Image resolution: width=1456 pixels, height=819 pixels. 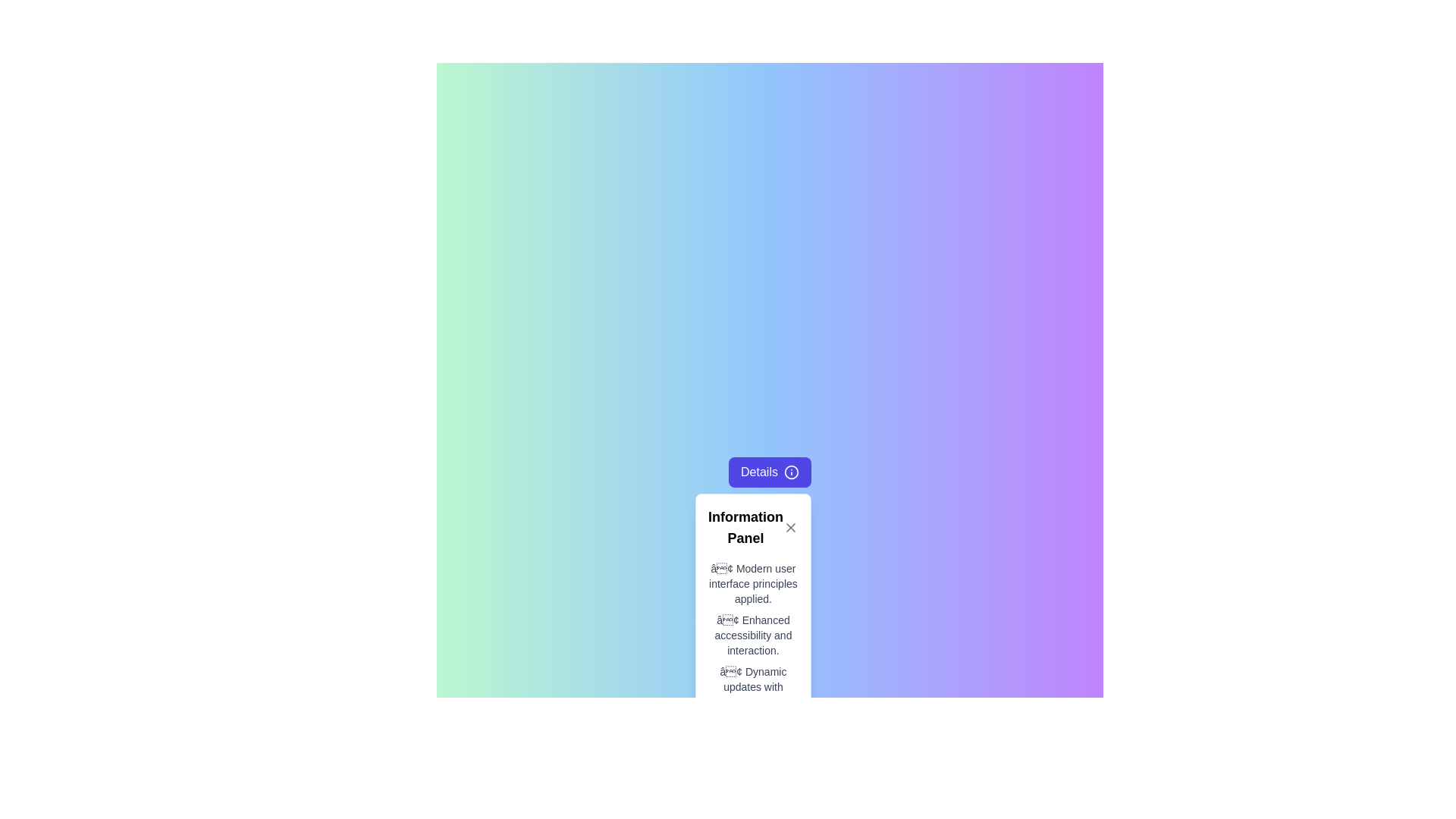 What do you see at coordinates (789, 526) in the screenshot?
I see `the close button located on the right side of the 'Information Panel' header to change its color` at bounding box center [789, 526].